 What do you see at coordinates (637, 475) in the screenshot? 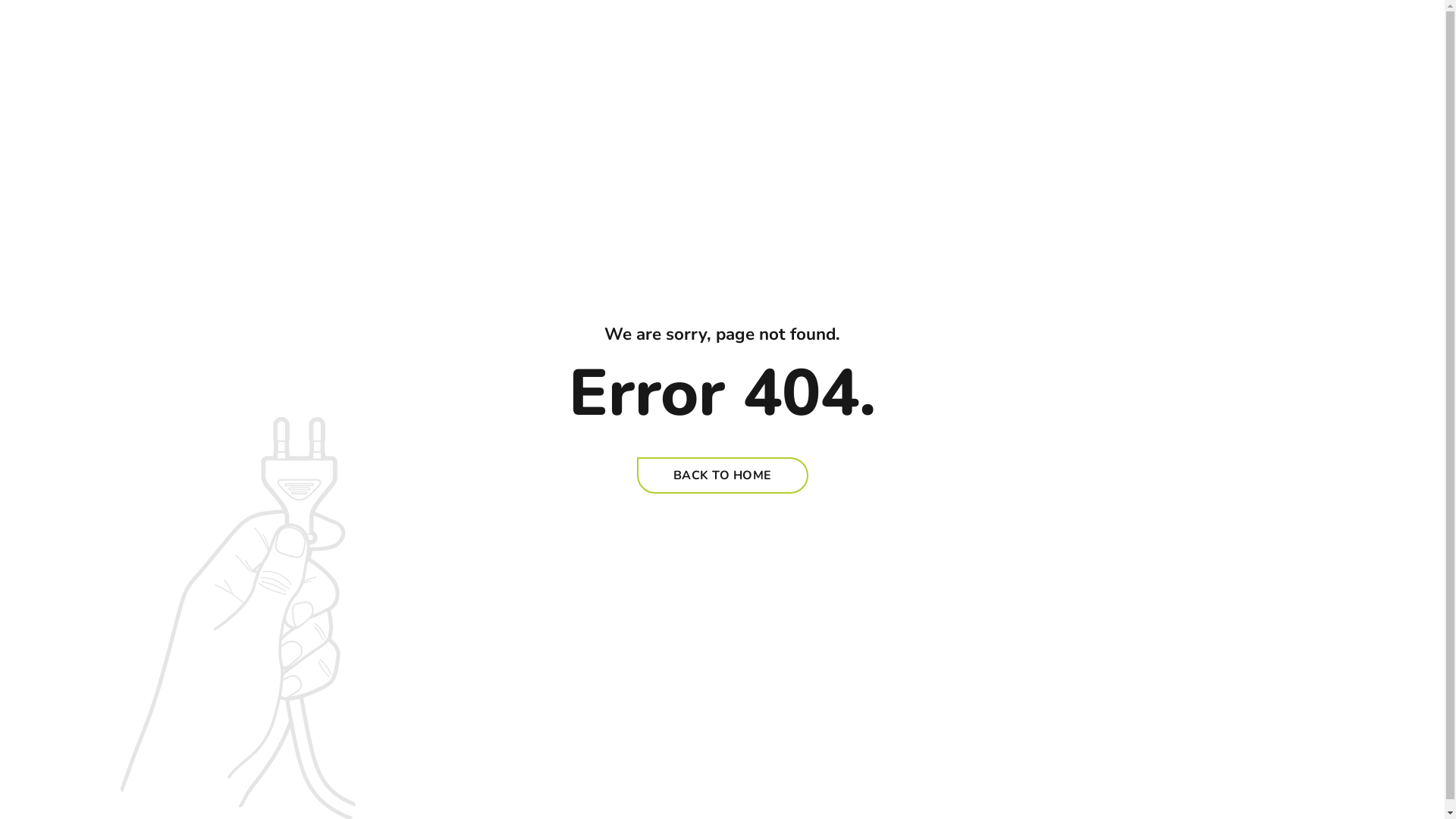
I see `'BACK TO HOME'` at bounding box center [637, 475].